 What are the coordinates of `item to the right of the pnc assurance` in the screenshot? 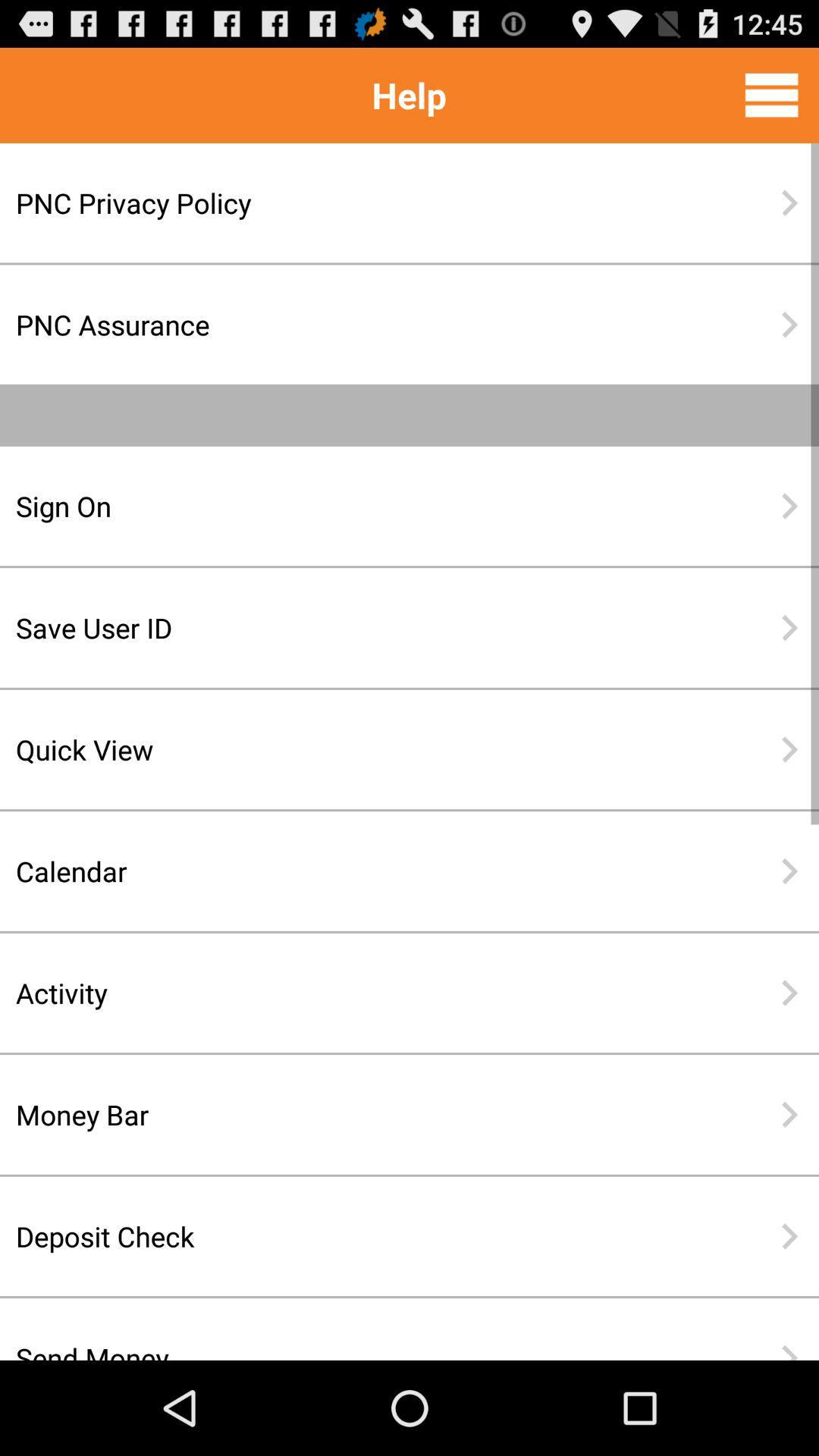 It's located at (789, 324).